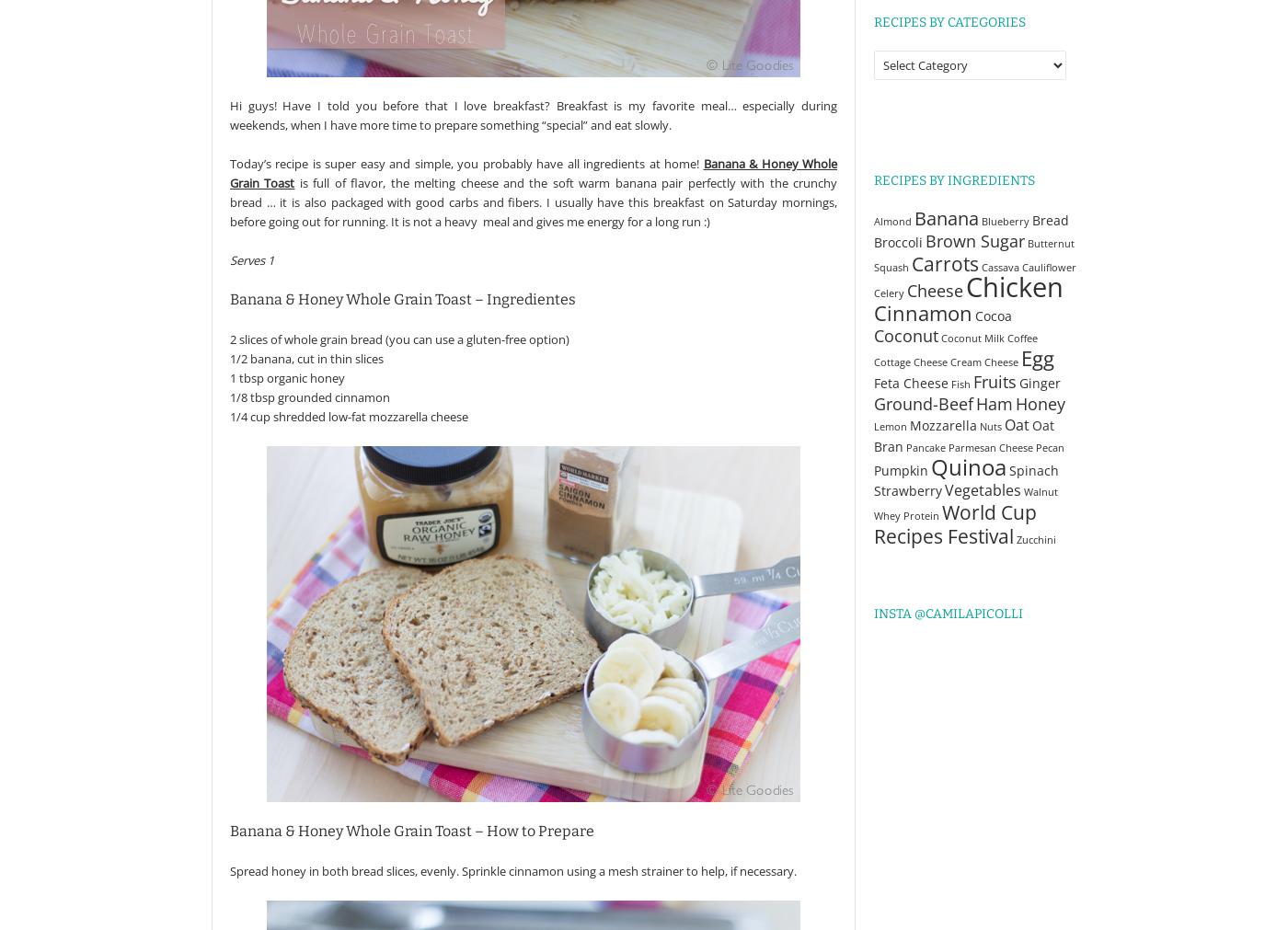  What do you see at coordinates (1005, 222) in the screenshot?
I see `'Blueberry'` at bounding box center [1005, 222].